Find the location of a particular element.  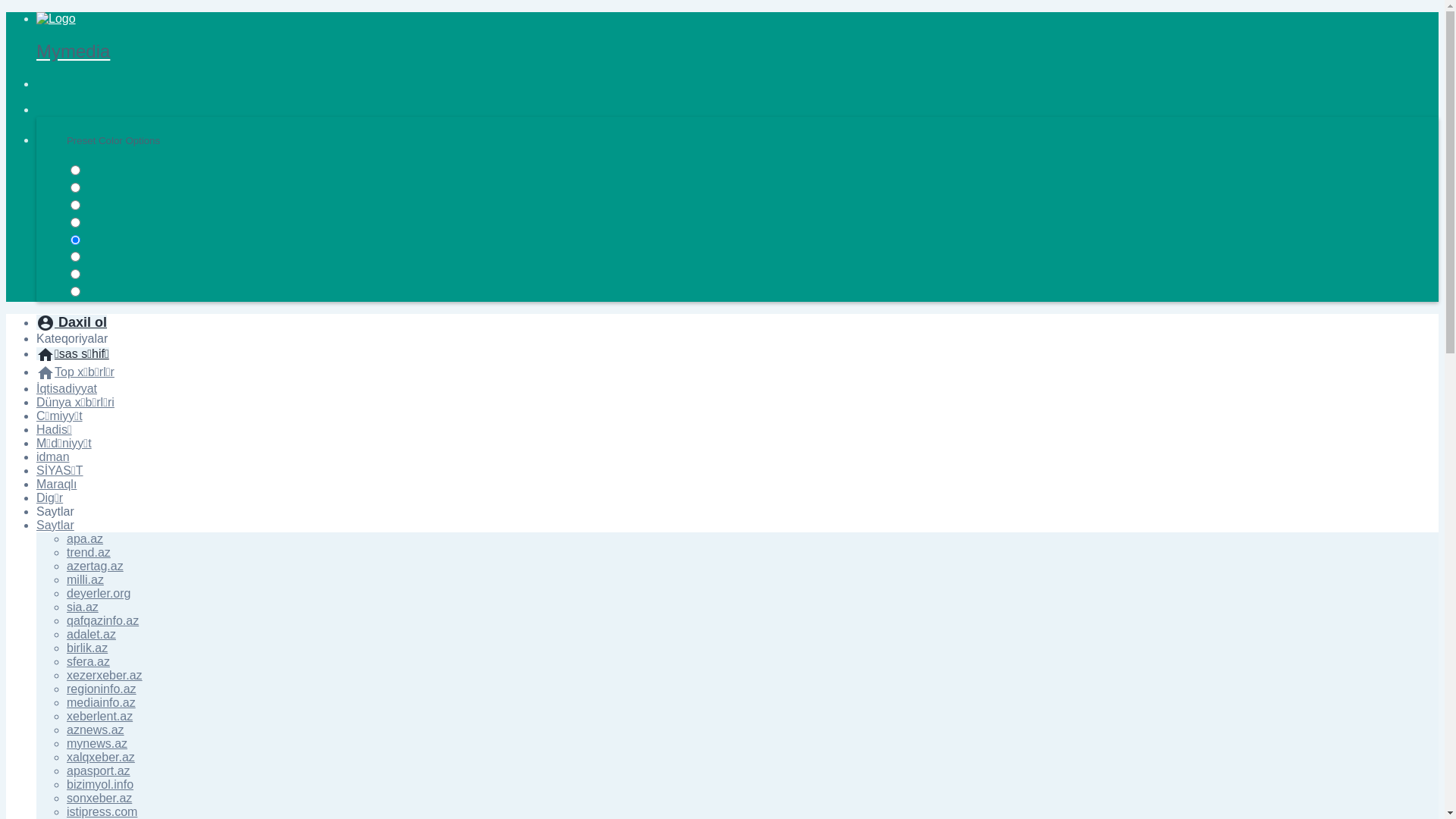

'Saytlar' is located at coordinates (36, 524).